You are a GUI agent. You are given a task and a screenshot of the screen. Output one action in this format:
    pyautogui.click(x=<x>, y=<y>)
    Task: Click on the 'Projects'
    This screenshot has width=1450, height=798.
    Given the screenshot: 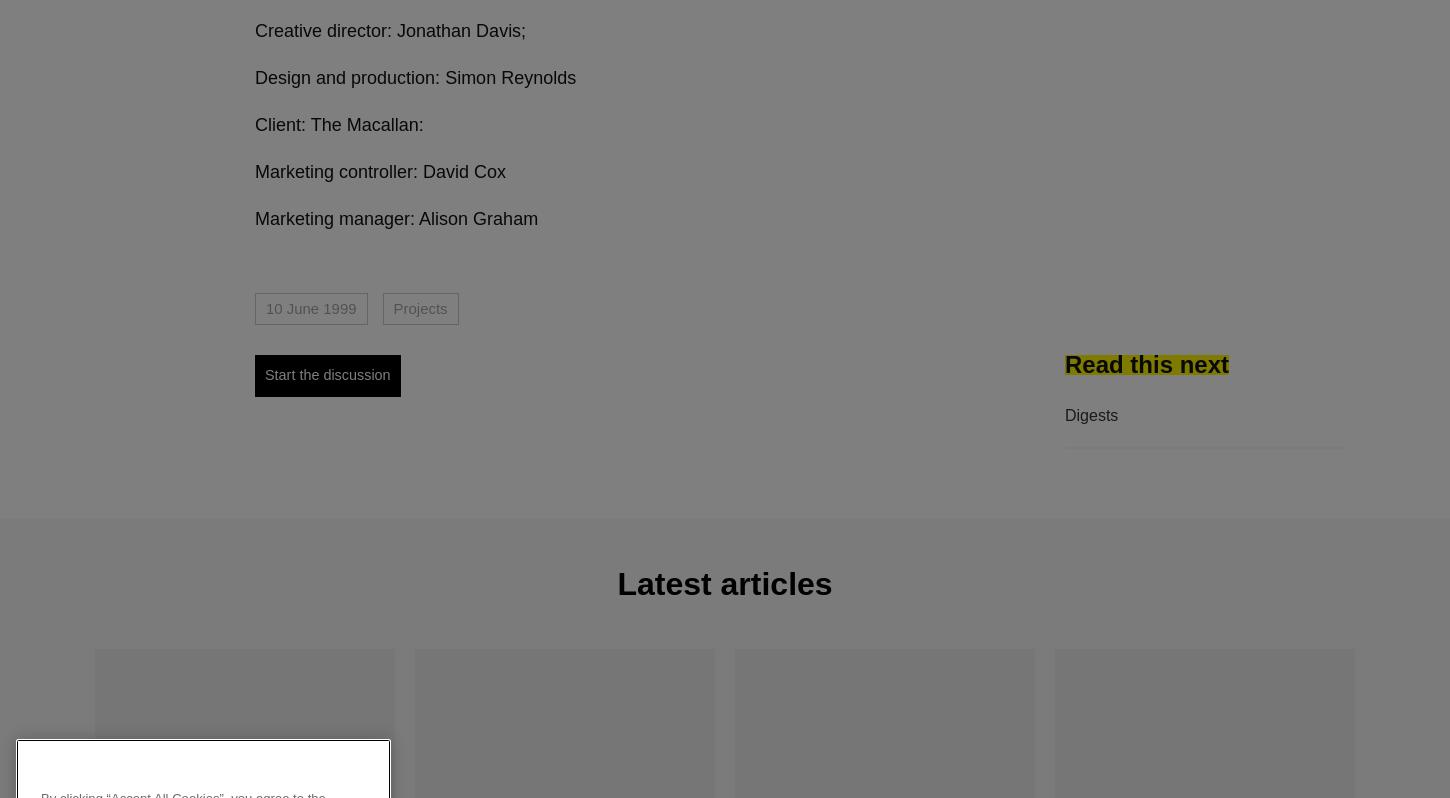 What is the action you would take?
    pyautogui.click(x=419, y=307)
    